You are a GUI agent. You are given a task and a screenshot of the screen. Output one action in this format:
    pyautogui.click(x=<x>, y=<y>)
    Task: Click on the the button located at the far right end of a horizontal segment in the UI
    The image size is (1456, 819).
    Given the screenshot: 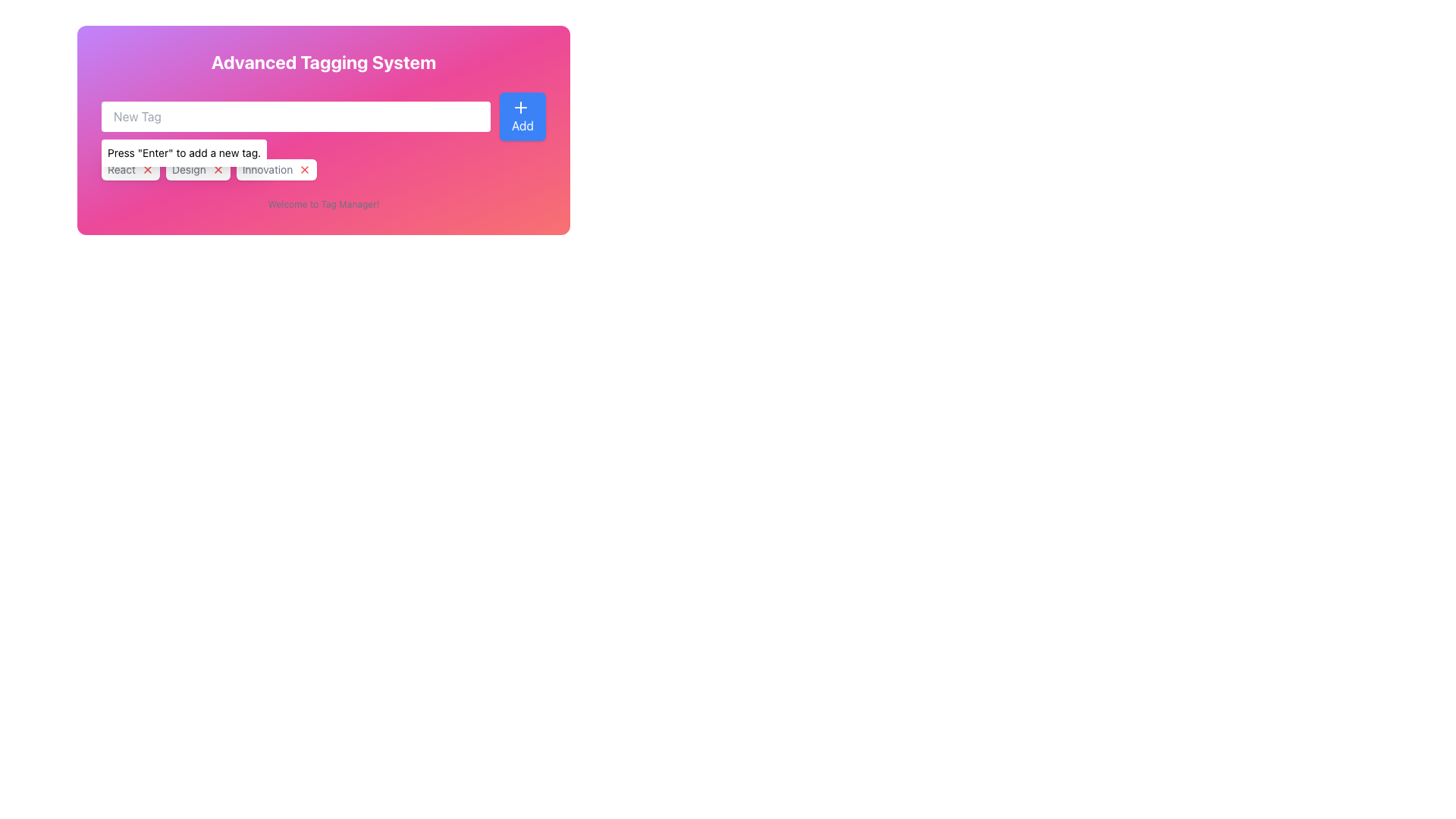 What is the action you would take?
    pyautogui.click(x=522, y=116)
    